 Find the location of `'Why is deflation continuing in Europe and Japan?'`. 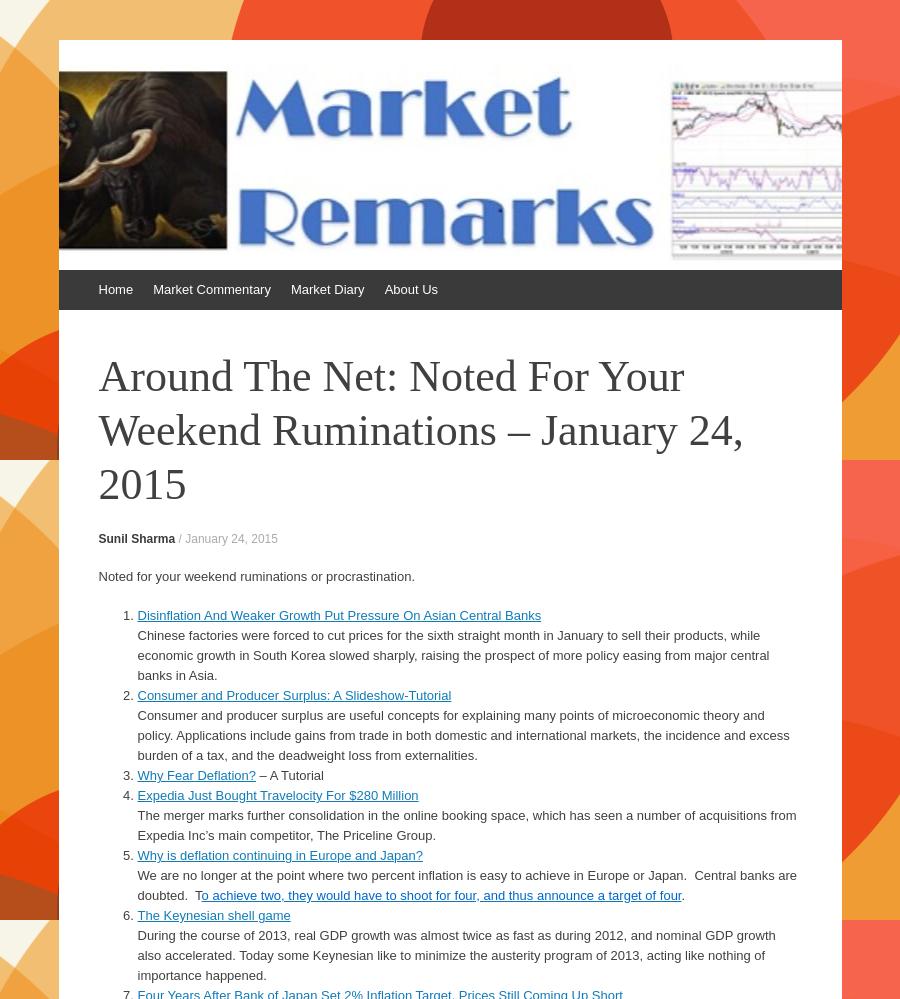

'Why is deflation continuing in Europe and Japan?' is located at coordinates (278, 854).